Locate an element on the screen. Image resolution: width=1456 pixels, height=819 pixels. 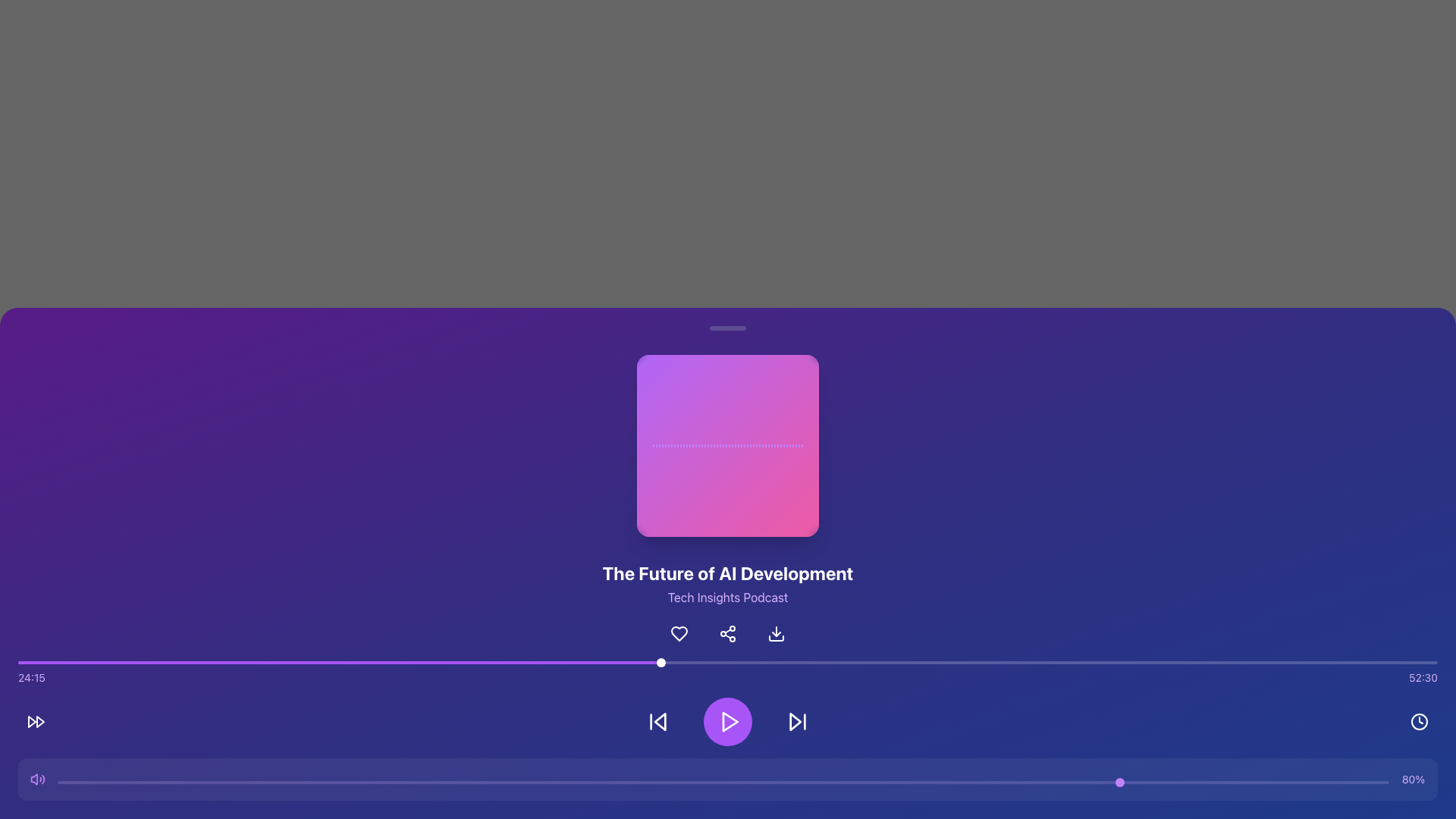
the purple speaker icon representing volume control, located at the leftmost side of the horizontal layout is located at coordinates (37, 780).